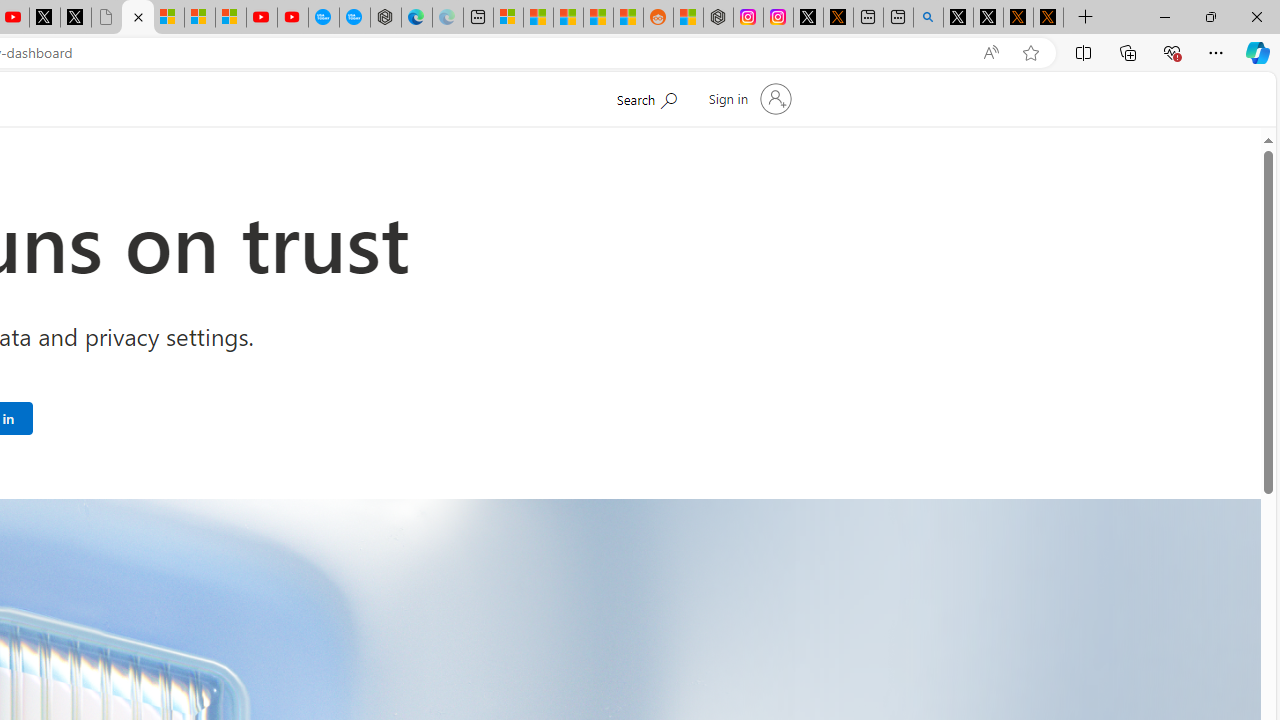 This screenshot has height=720, width=1280. I want to click on 'Profile / X', so click(957, 17).